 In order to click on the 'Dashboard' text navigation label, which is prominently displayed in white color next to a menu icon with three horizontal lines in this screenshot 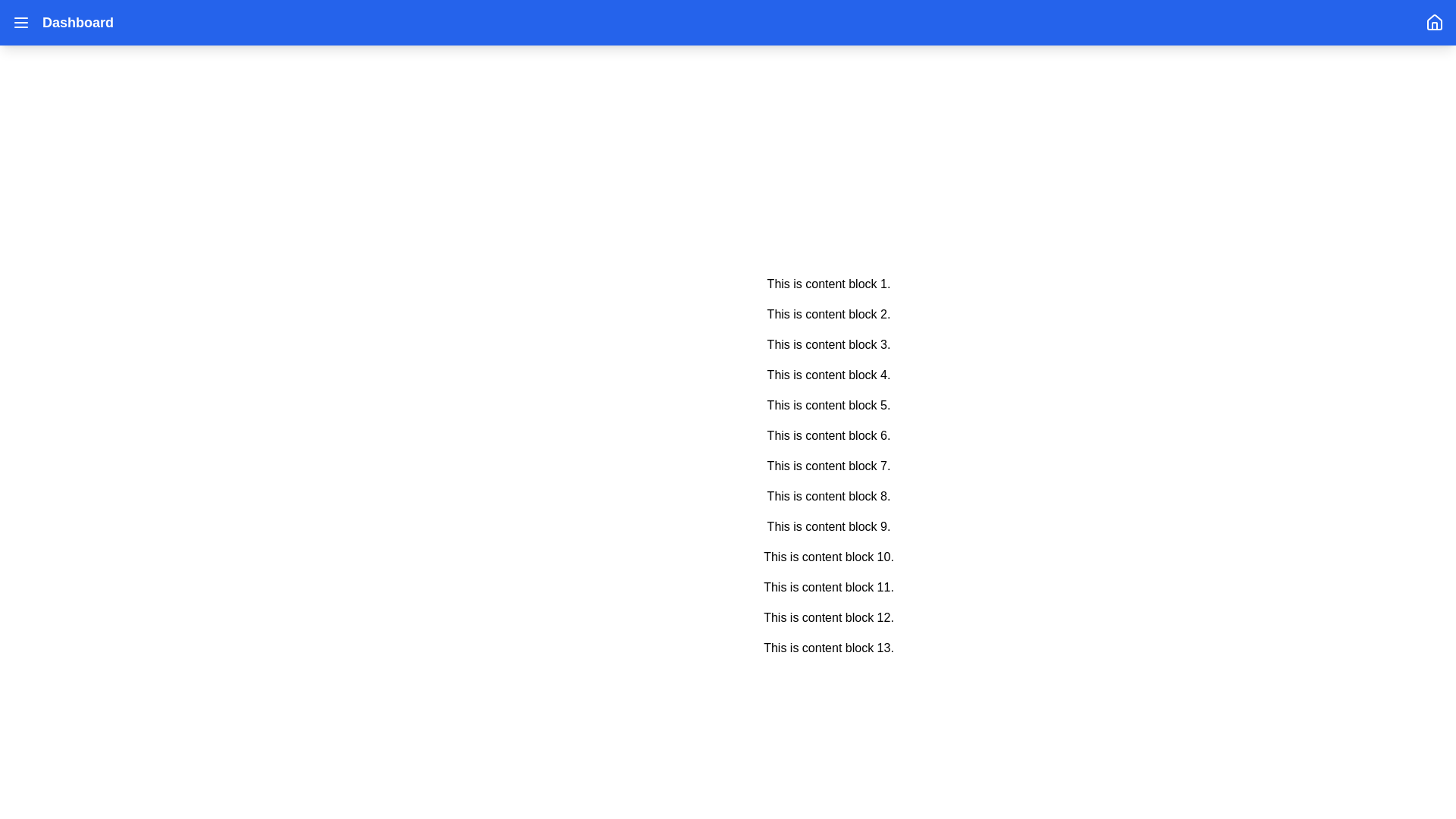, I will do `click(61, 23)`.